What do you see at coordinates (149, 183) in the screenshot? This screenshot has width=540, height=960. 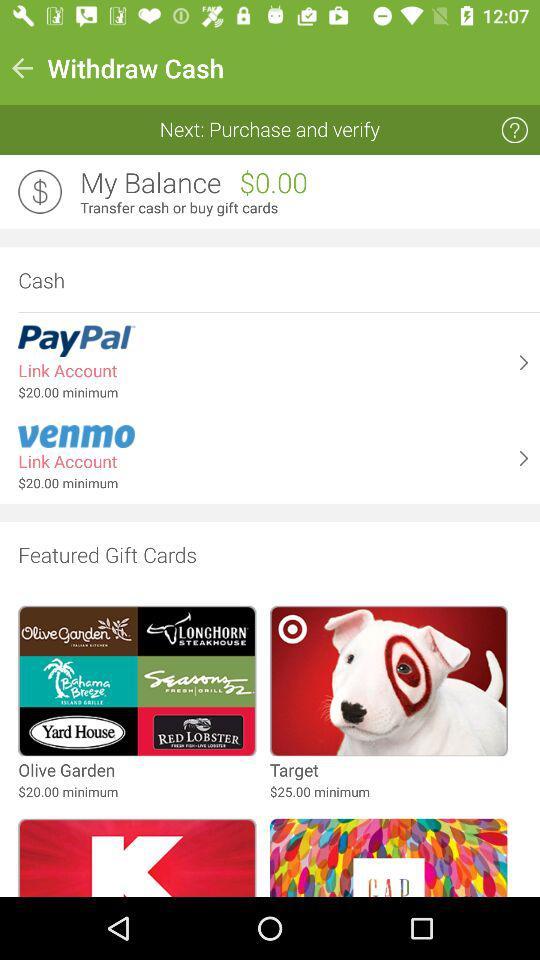 I see `the item next to $0.00` at bounding box center [149, 183].